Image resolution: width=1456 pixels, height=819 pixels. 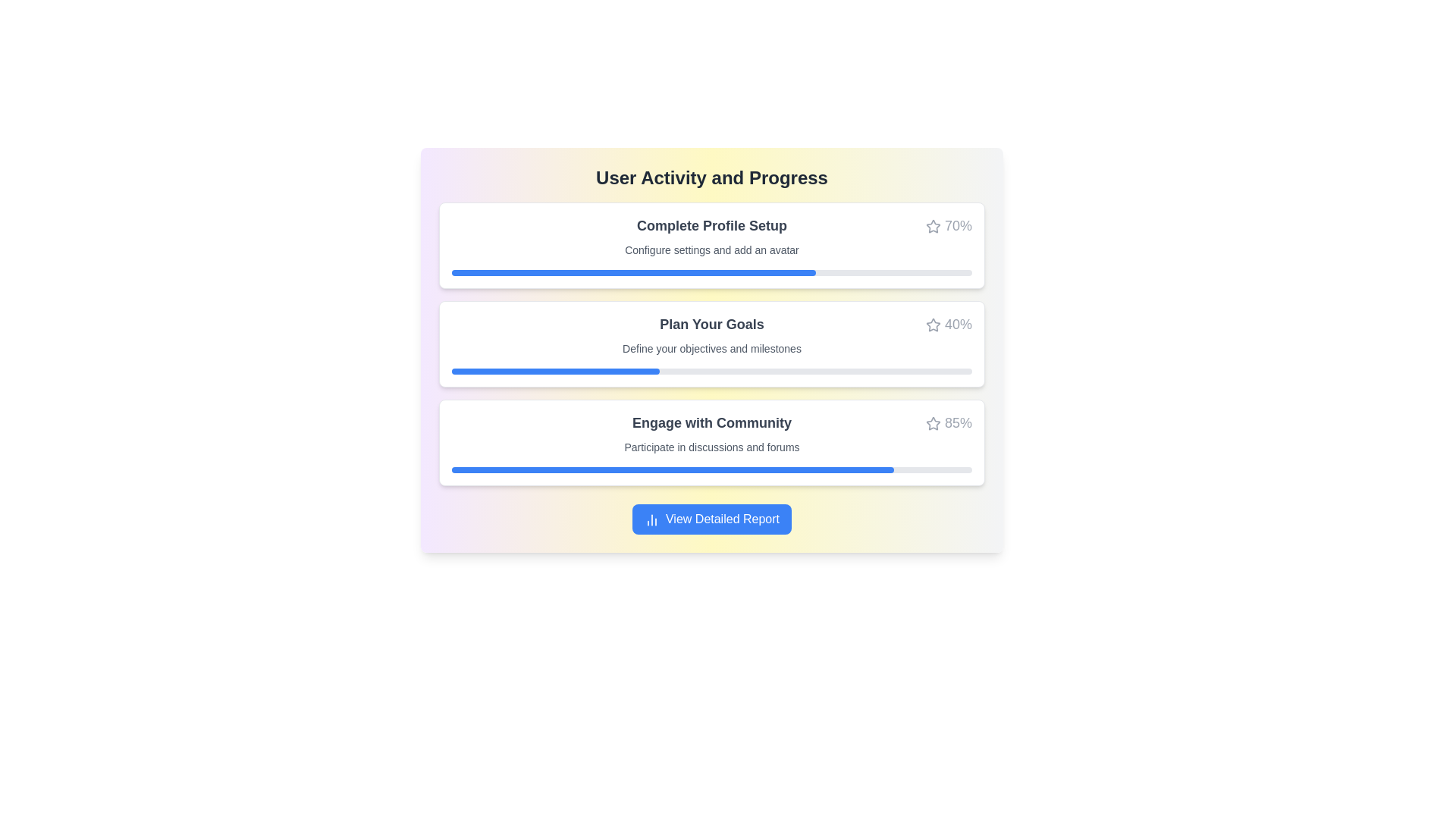 I want to click on headline text displayed at the top-center of the progress card, summarizing the section's title, so click(x=711, y=324).